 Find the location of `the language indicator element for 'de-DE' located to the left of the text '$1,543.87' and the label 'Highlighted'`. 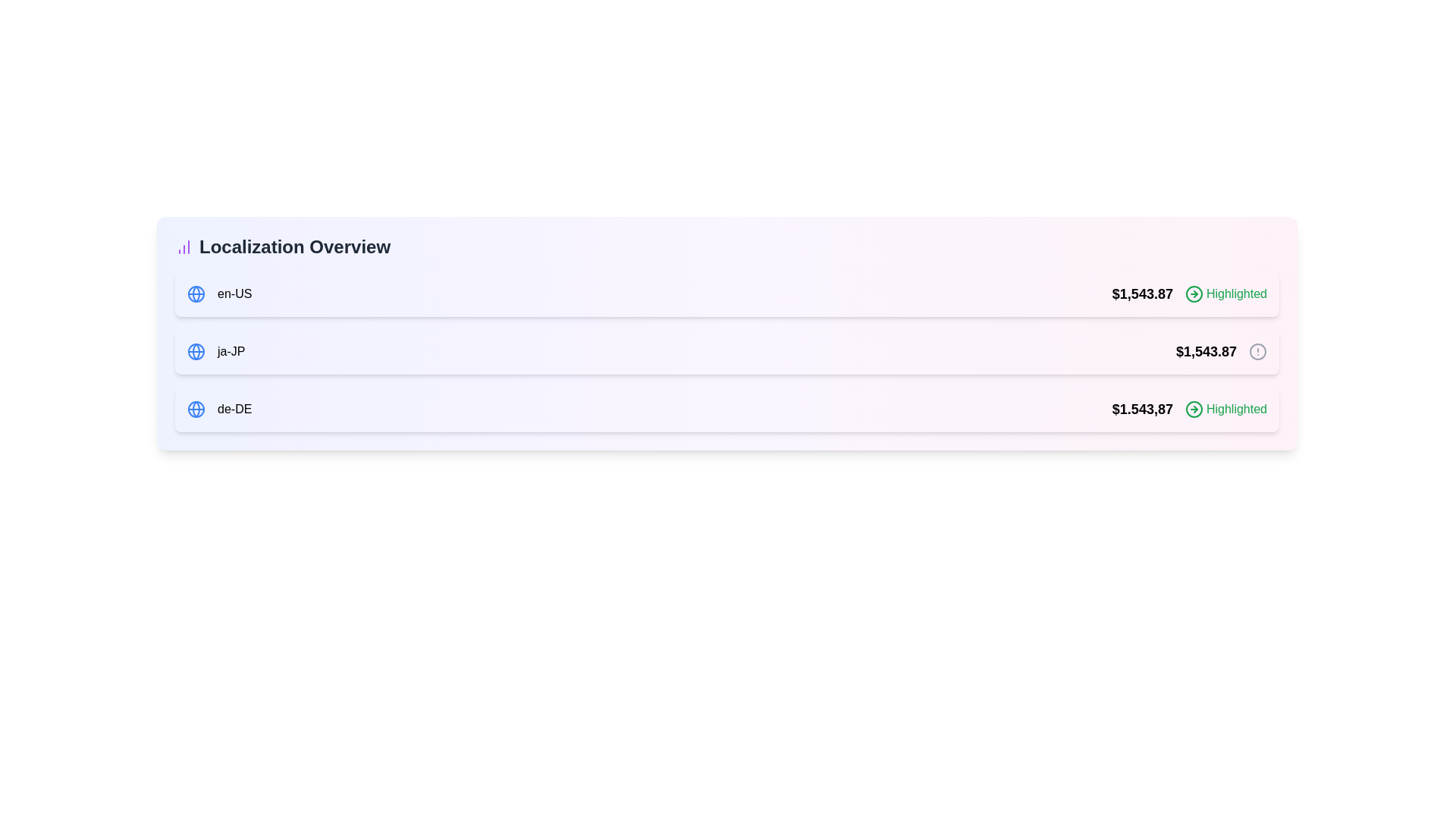

the language indicator element for 'de-DE' located to the left of the text '$1,543.87' and the label 'Highlighted' is located at coordinates (218, 409).